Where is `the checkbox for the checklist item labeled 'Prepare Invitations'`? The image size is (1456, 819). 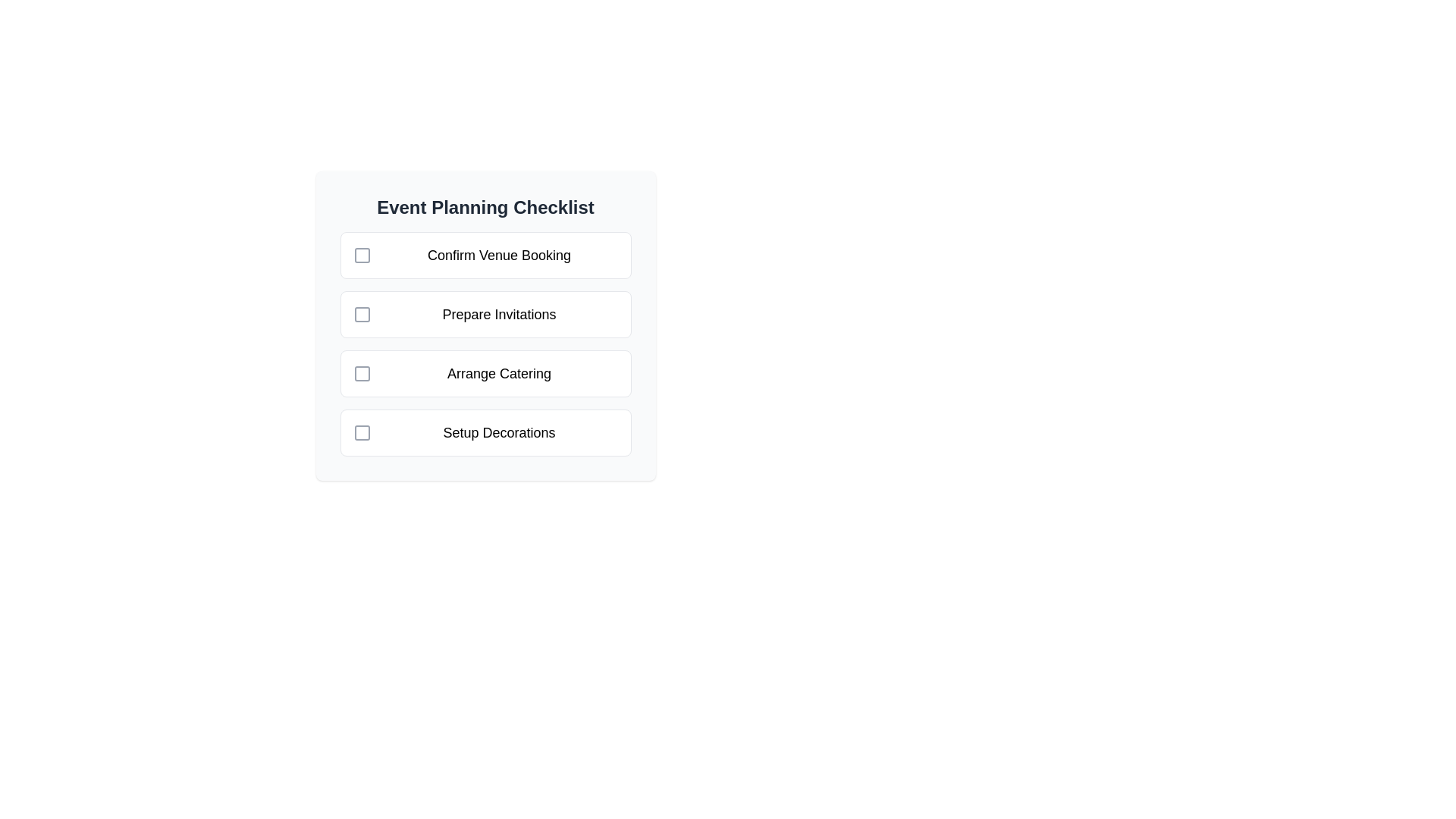
the checkbox for the checklist item labeled 'Prepare Invitations' is located at coordinates (485, 325).